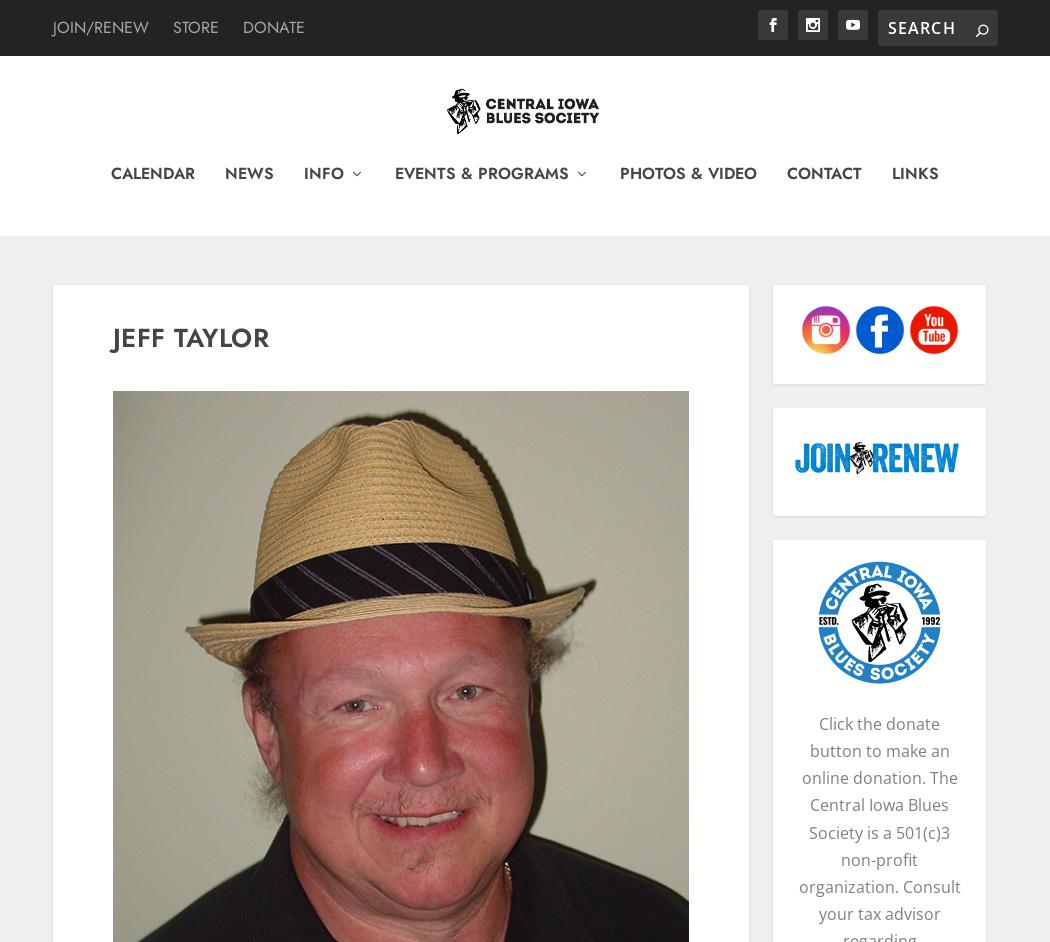  What do you see at coordinates (688, 182) in the screenshot?
I see `'Photos & Video'` at bounding box center [688, 182].